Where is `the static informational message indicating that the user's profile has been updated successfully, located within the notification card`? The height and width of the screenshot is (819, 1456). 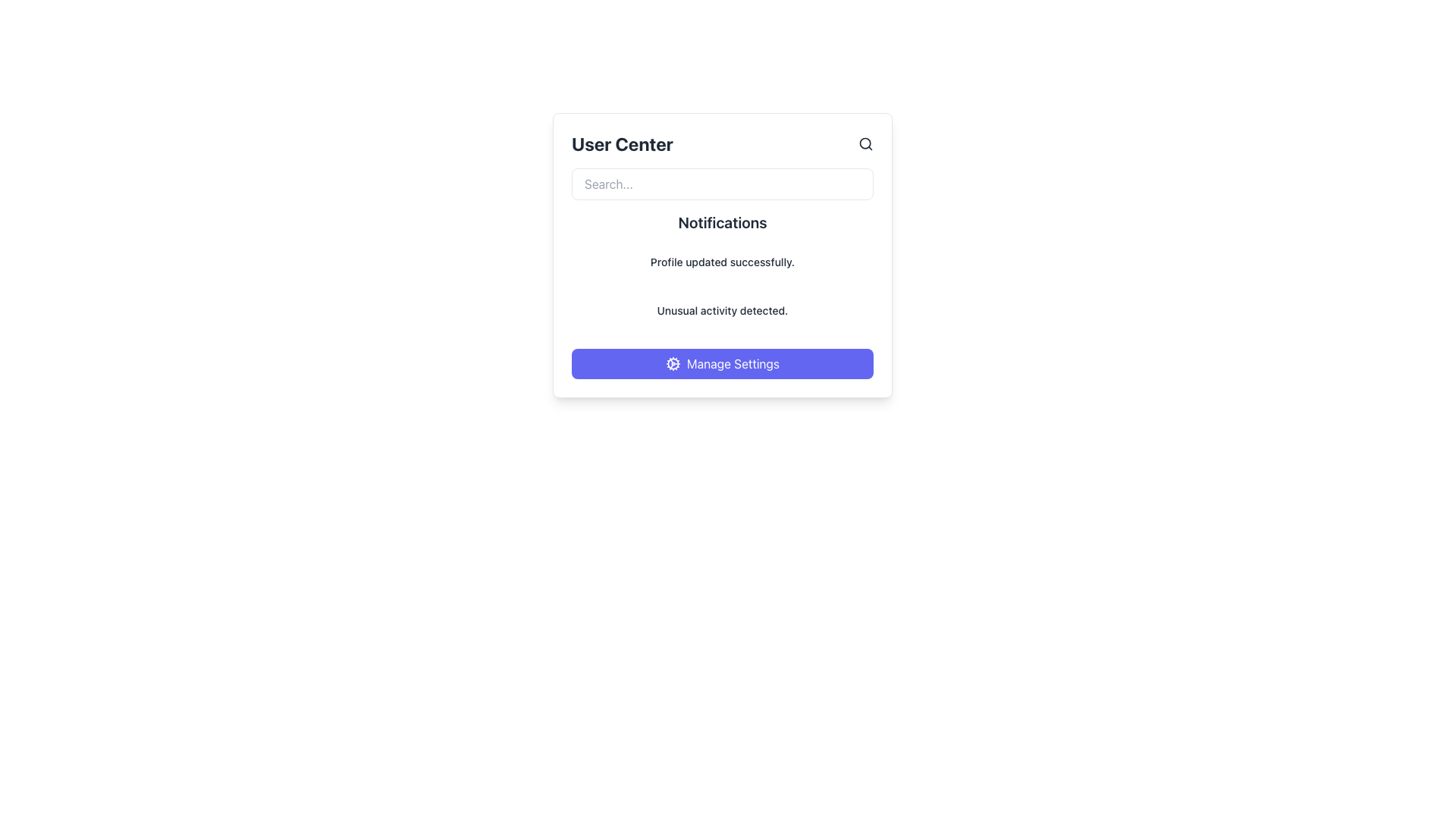
the static informational message indicating that the user's profile has been updated successfully, located within the notification card is located at coordinates (722, 262).